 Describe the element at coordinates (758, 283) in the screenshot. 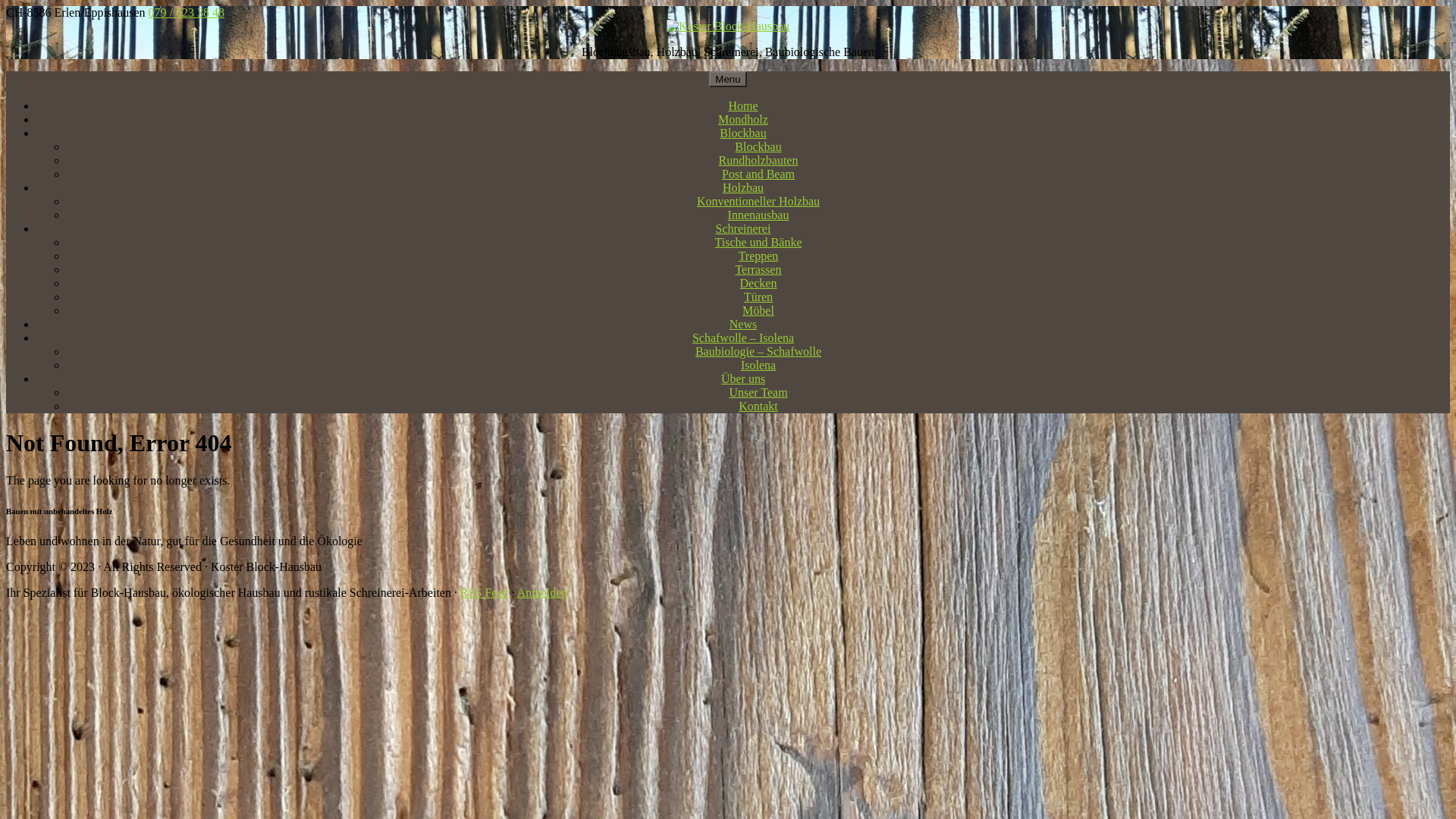

I see `'Decken'` at that location.